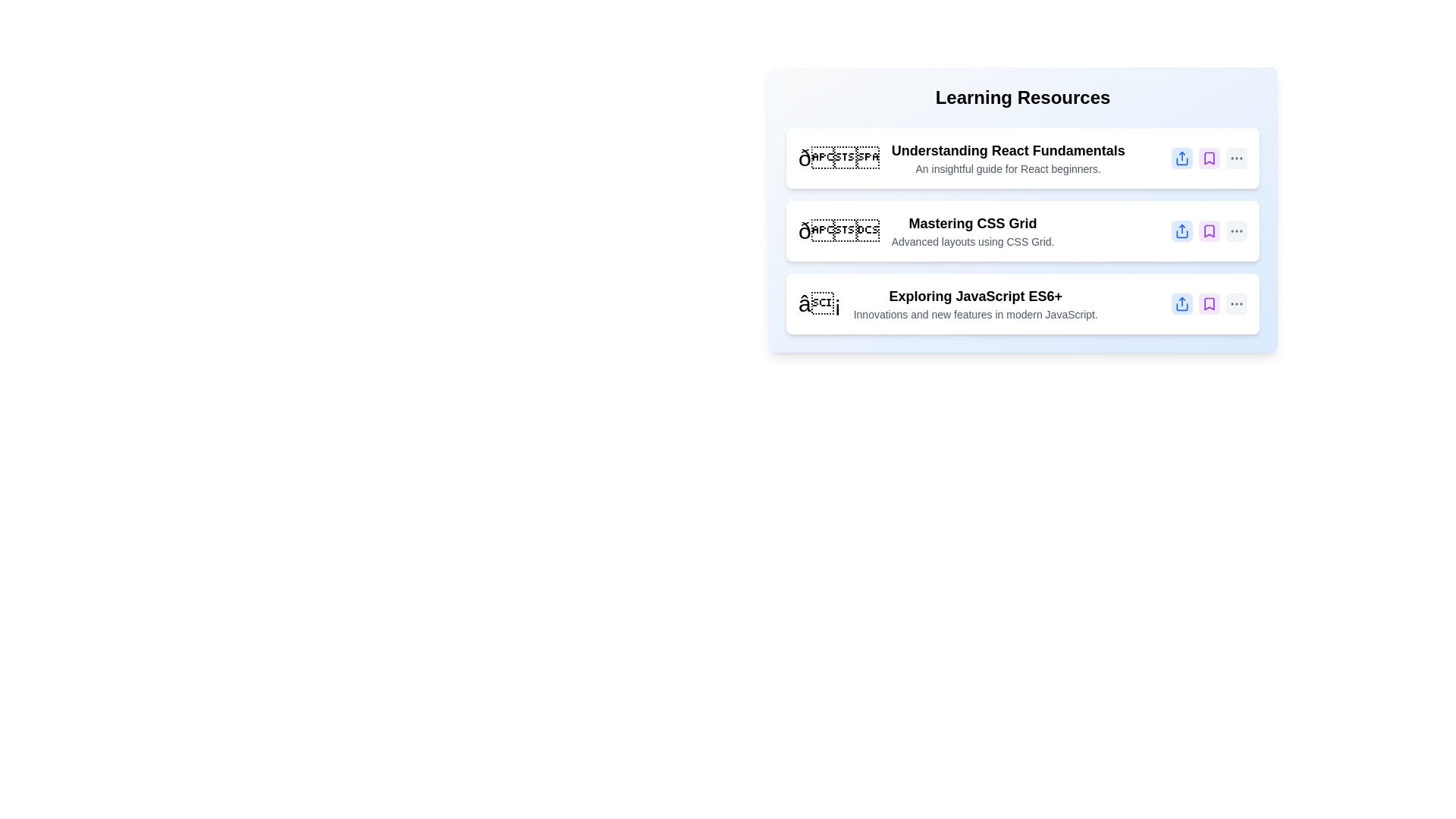 This screenshot has height=819, width=1456. What do you see at coordinates (1237, 231) in the screenshot?
I see `'More Options' button for the item with title 'Mastering CSS Grid'` at bounding box center [1237, 231].